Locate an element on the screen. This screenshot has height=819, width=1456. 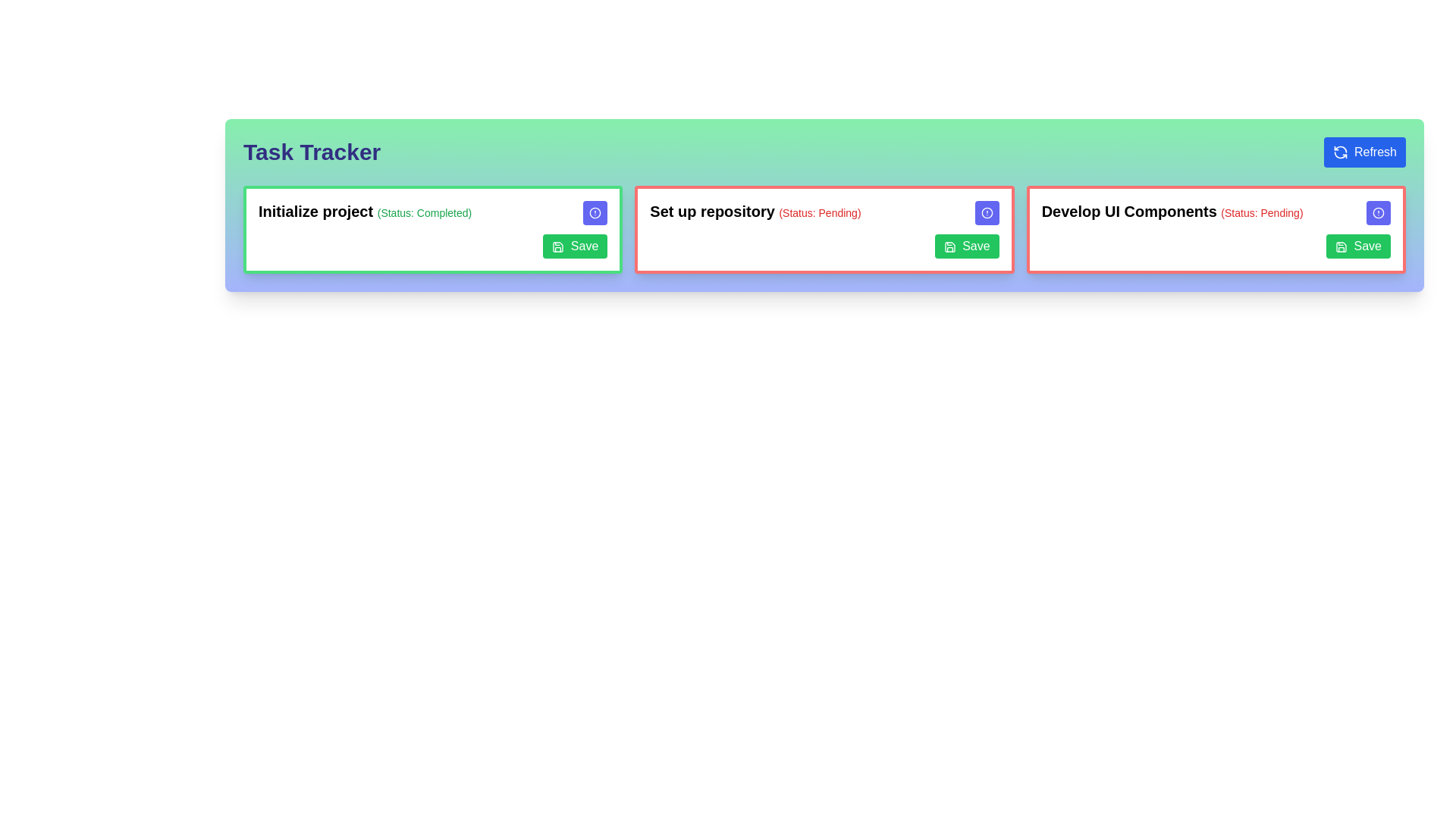
the main background shape of the save icon within the 'Initialize project' task card, which serves as the base of the save action in the green 'Save' button is located at coordinates (557, 246).